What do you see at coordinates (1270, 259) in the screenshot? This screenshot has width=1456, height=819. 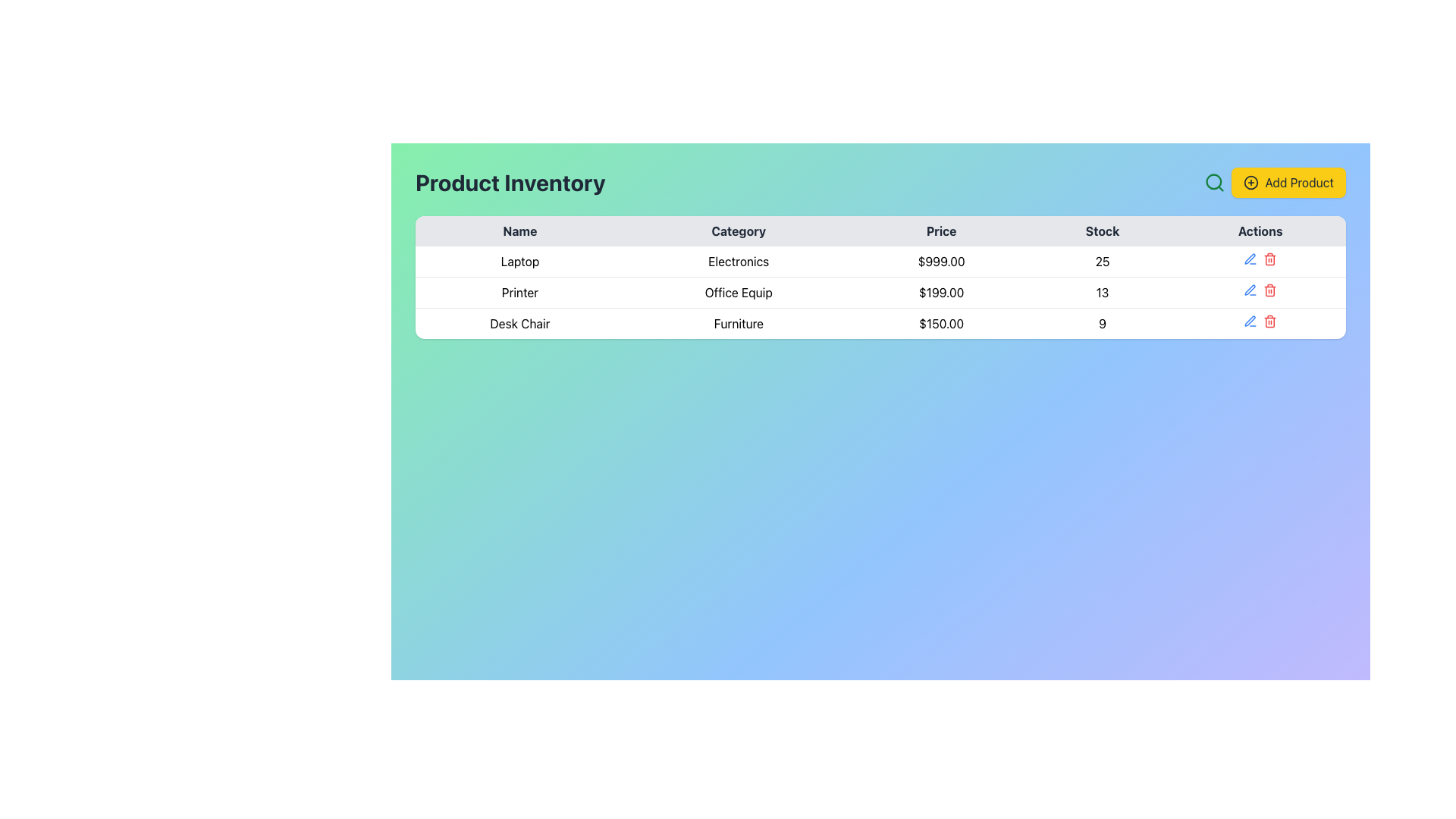 I see `the small red trash bin icon button located in the action column of the first row of the product inventory table` at bounding box center [1270, 259].